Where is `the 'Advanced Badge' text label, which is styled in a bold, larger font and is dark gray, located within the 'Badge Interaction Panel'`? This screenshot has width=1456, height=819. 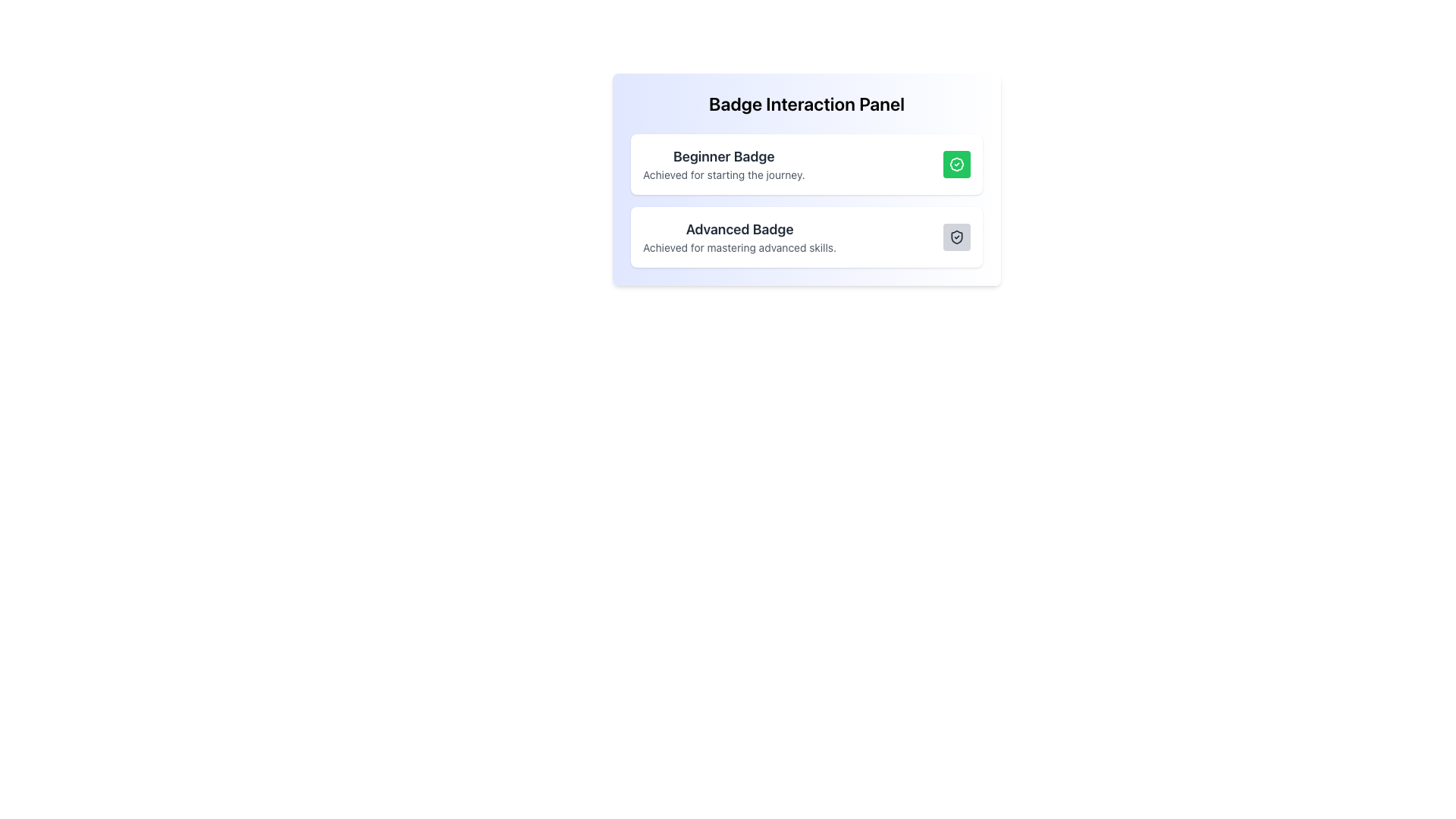
the 'Advanced Badge' text label, which is styled in a bold, larger font and is dark gray, located within the 'Badge Interaction Panel' is located at coordinates (739, 230).